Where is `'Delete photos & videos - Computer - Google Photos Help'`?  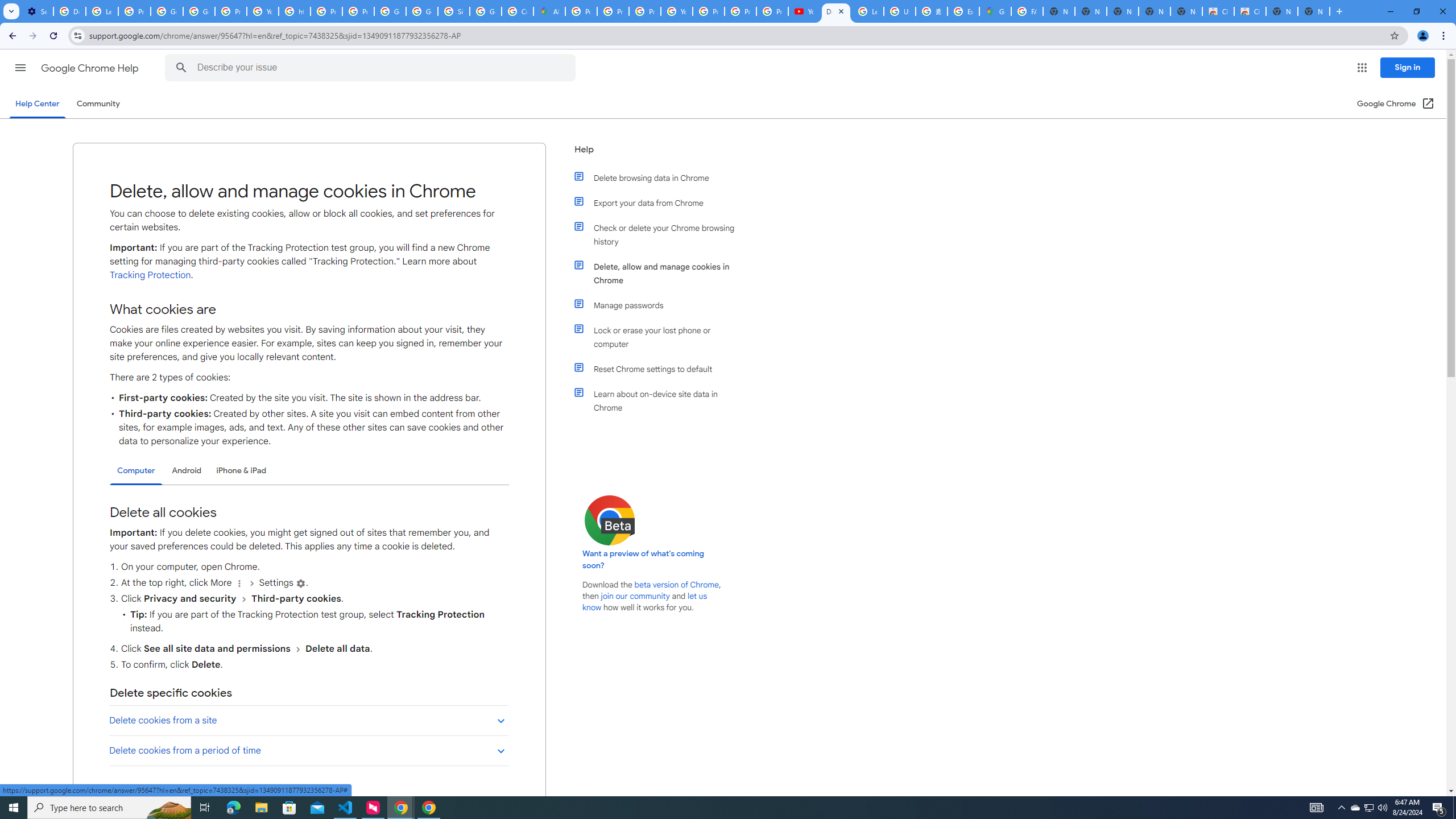 'Delete photos & videos - Computer - Google Photos Help' is located at coordinates (69, 11).